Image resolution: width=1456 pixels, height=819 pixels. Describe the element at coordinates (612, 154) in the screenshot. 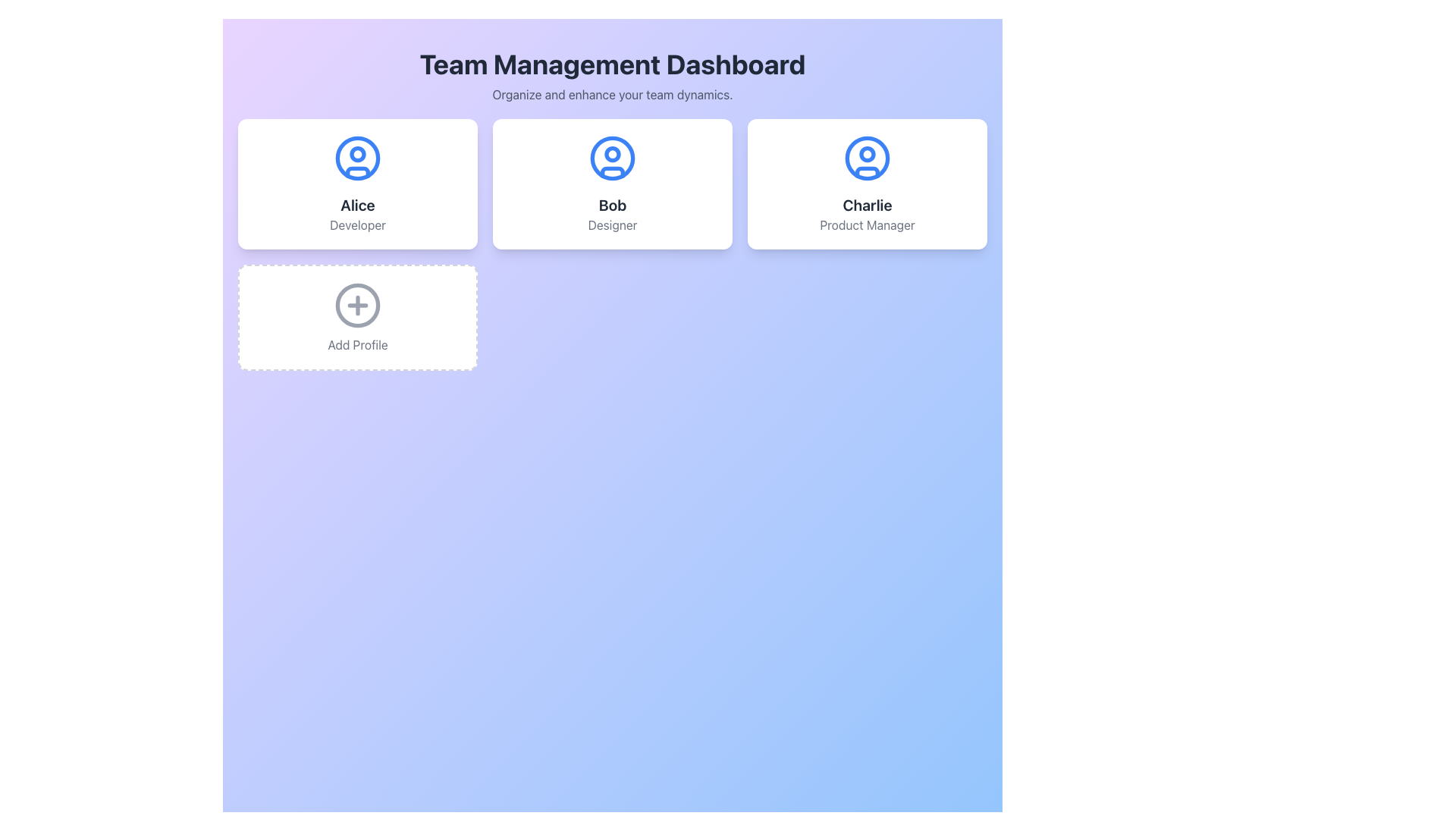

I see `the graphical circle element within the user profile icon labeled 'Bob - Designer', located near the top of the icon` at that location.